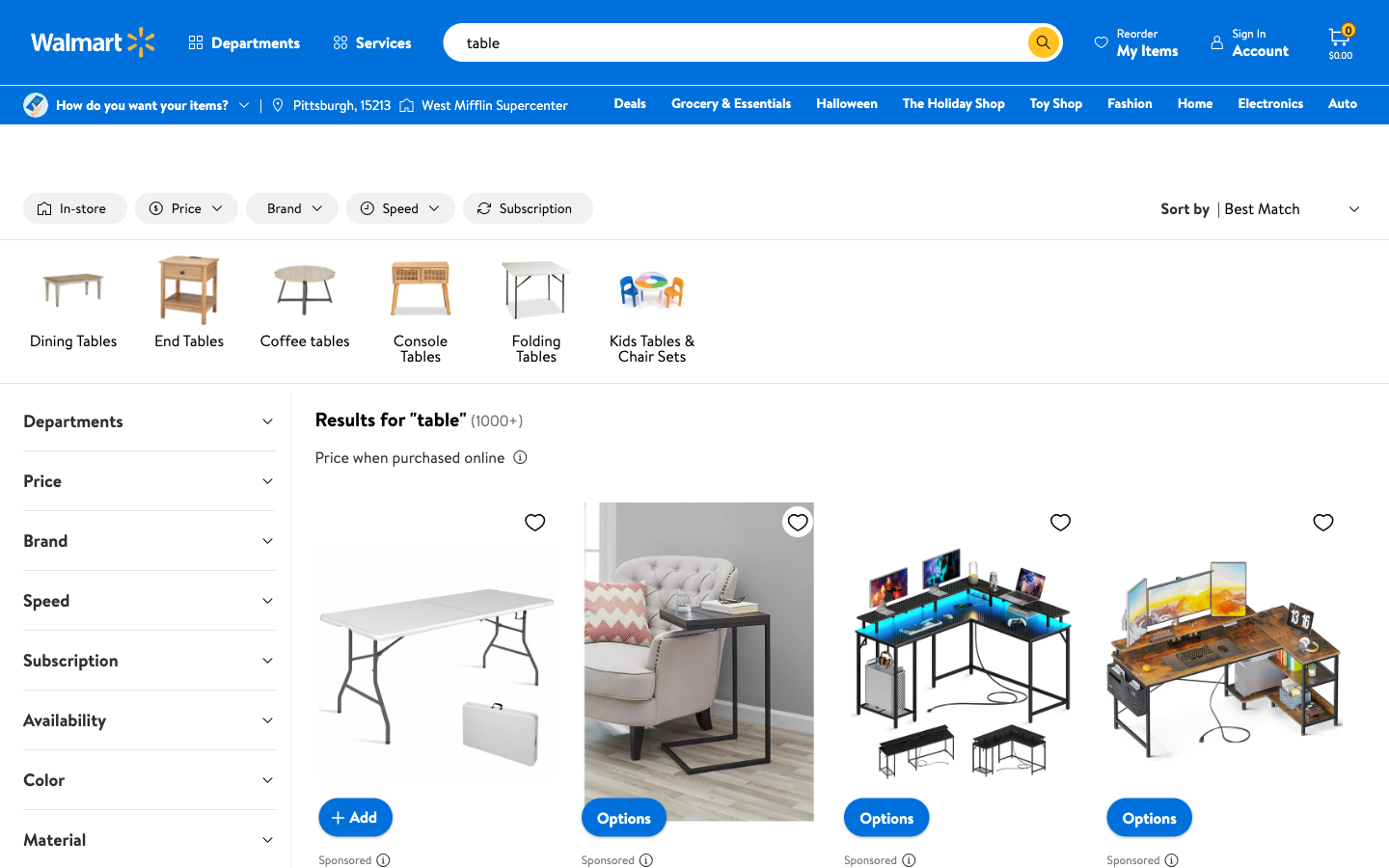  What do you see at coordinates (94, 41) in the screenshot?
I see `the homepage by clicking on the Walmart icon` at bounding box center [94, 41].